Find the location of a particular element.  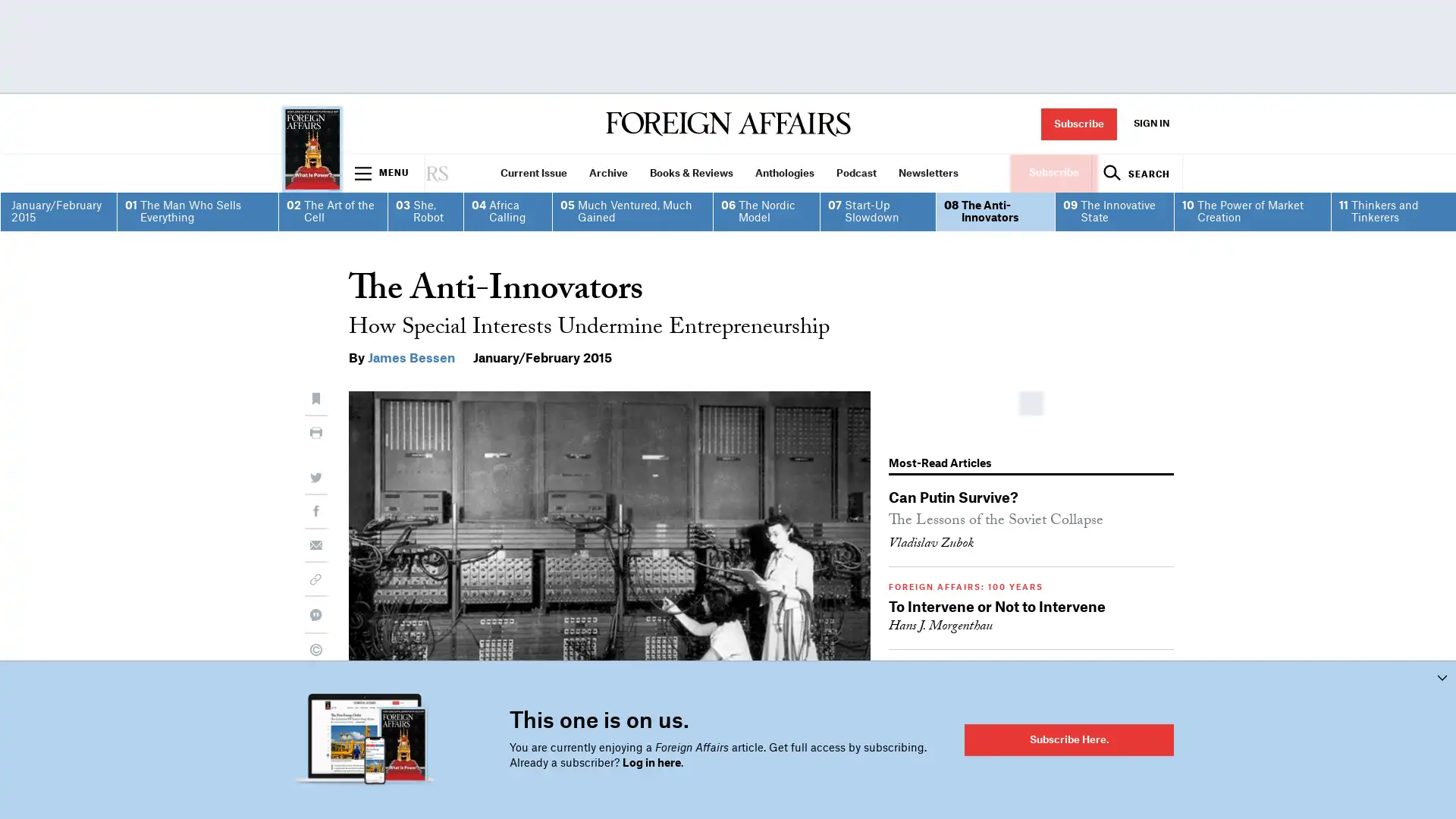

Books & Reviews is located at coordinates (690, 172).